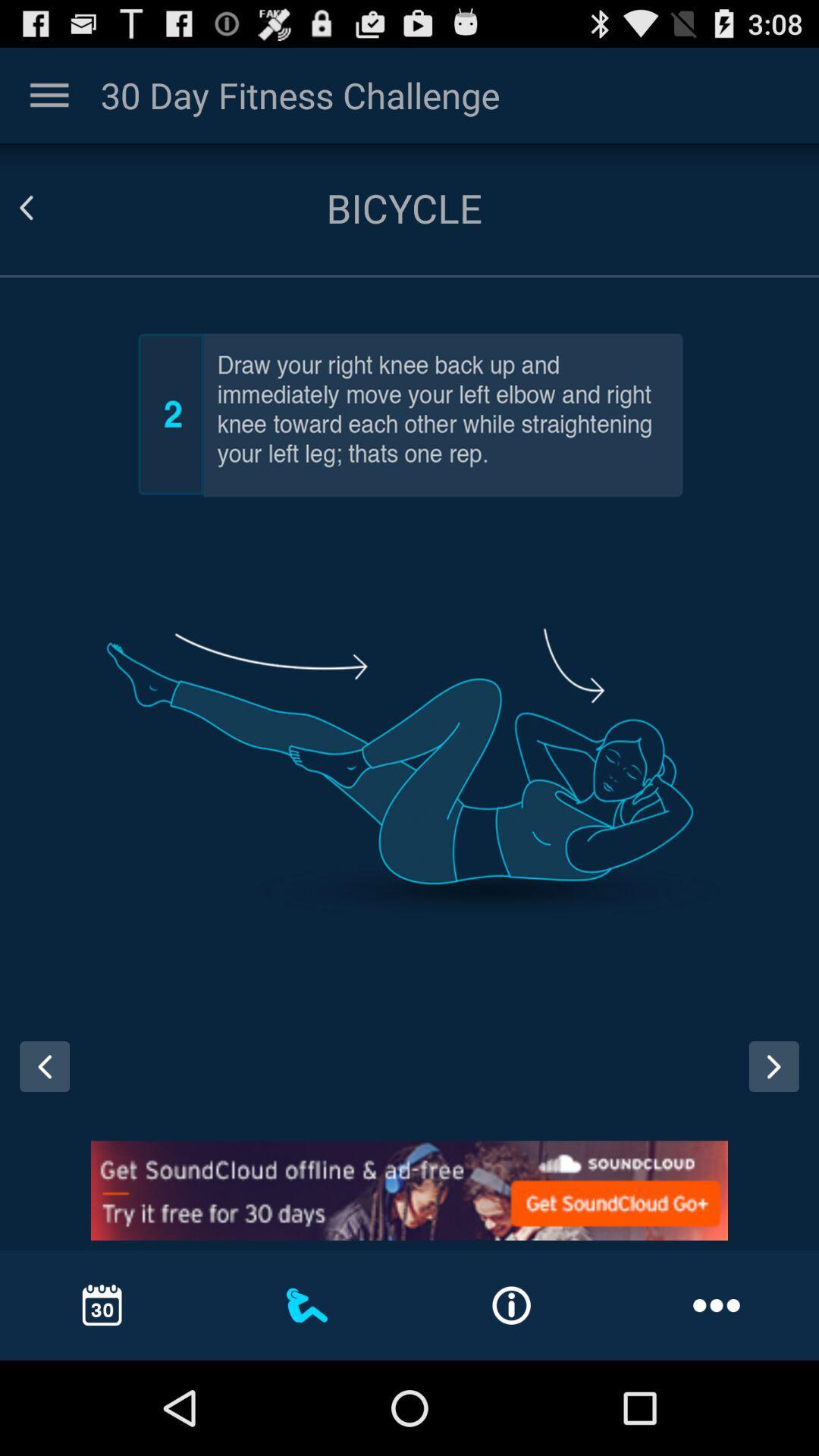 This screenshot has width=819, height=1456. What do you see at coordinates (44, 1141) in the screenshot?
I see `the arrow_backward icon` at bounding box center [44, 1141].